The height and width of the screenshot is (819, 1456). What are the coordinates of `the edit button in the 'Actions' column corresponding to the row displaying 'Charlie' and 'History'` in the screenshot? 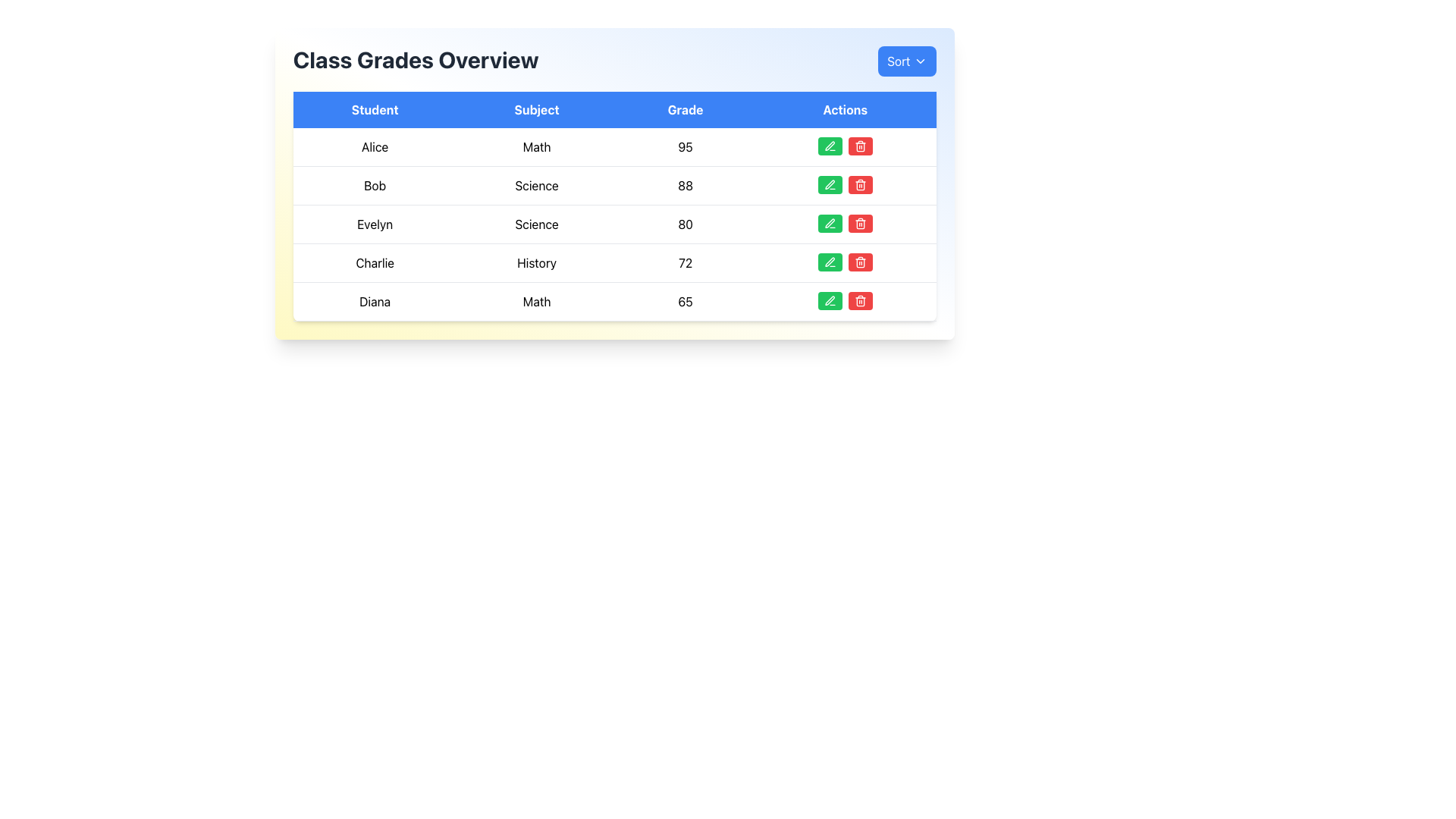 It's located at (829, 262).